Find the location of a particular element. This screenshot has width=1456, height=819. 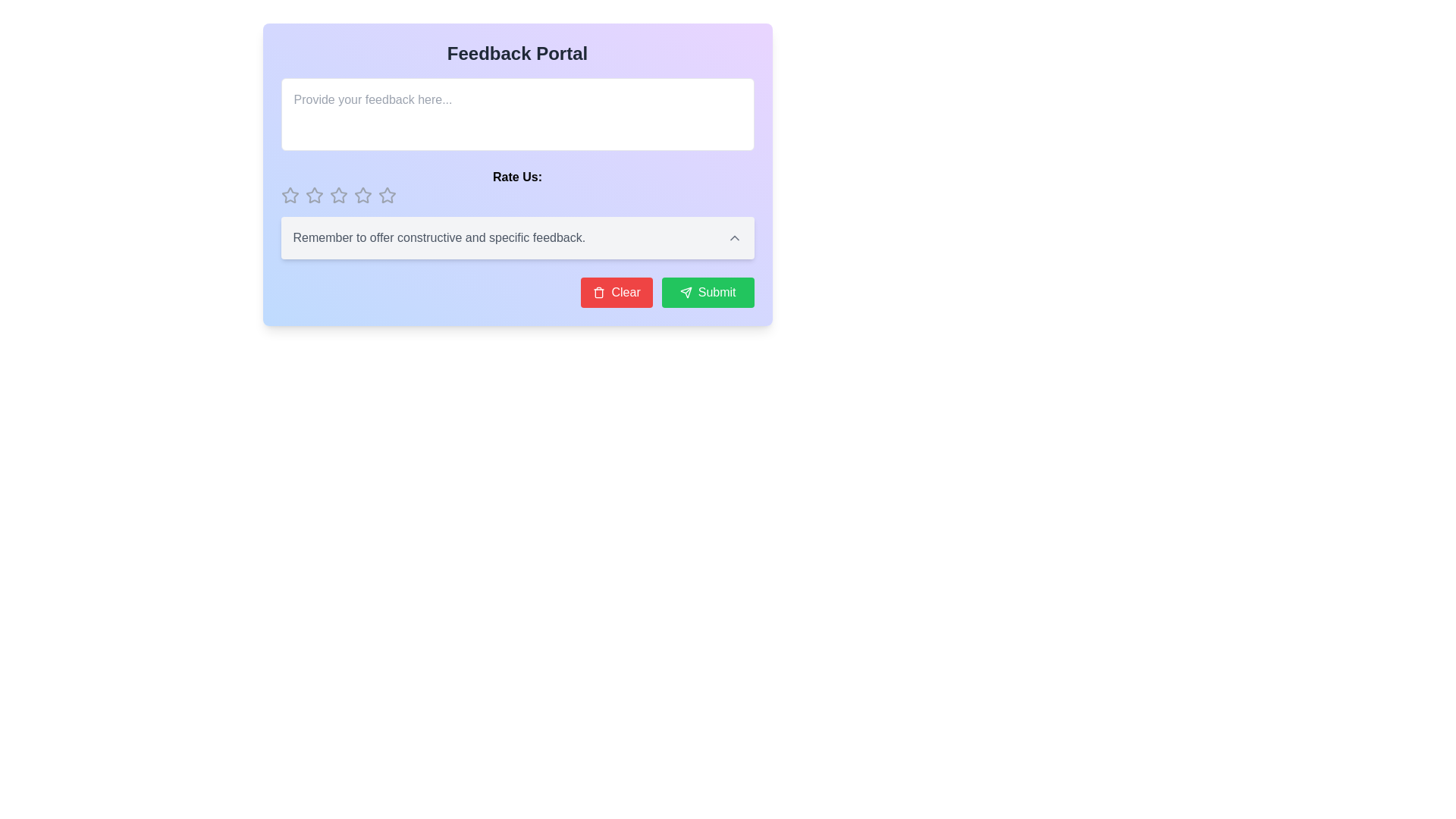

the fifth star icon used for rating in the feedback form located below the 'Rate Us' text field is located at coordinates (387, 194).